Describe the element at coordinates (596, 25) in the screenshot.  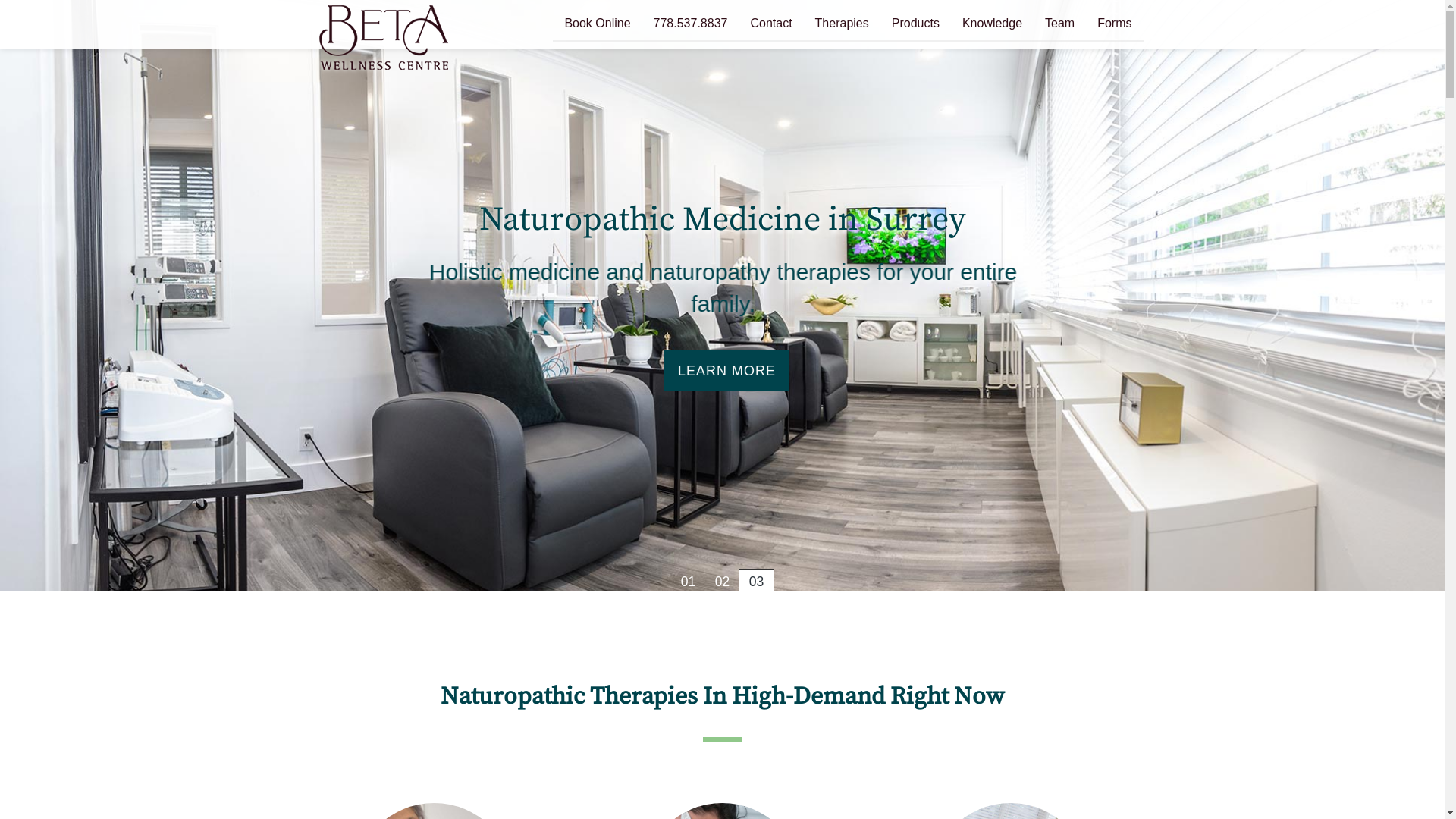
I see `'Book Online'` at that location.